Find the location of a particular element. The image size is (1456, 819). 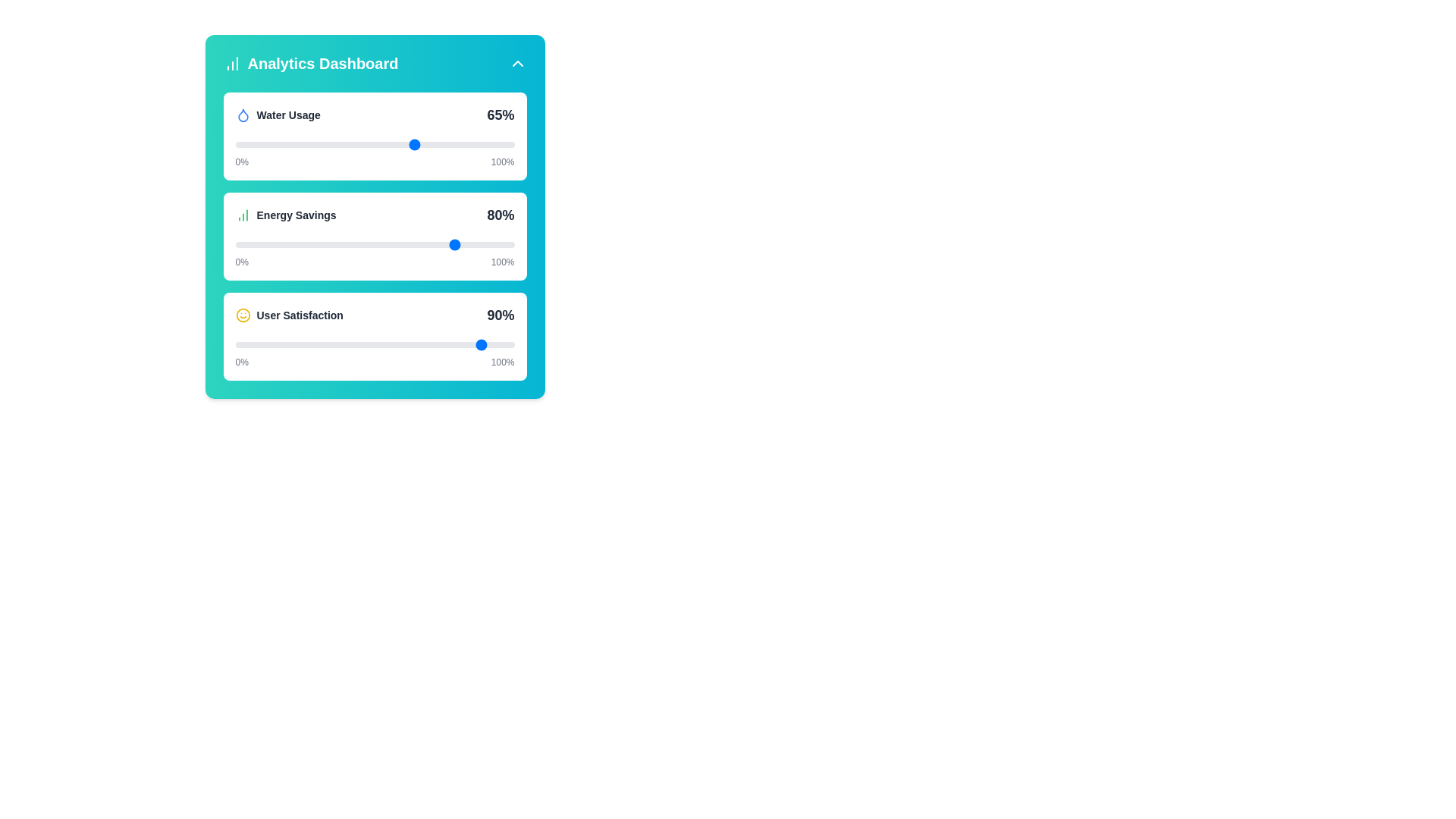

the slider is located at coordinates (408, 244).